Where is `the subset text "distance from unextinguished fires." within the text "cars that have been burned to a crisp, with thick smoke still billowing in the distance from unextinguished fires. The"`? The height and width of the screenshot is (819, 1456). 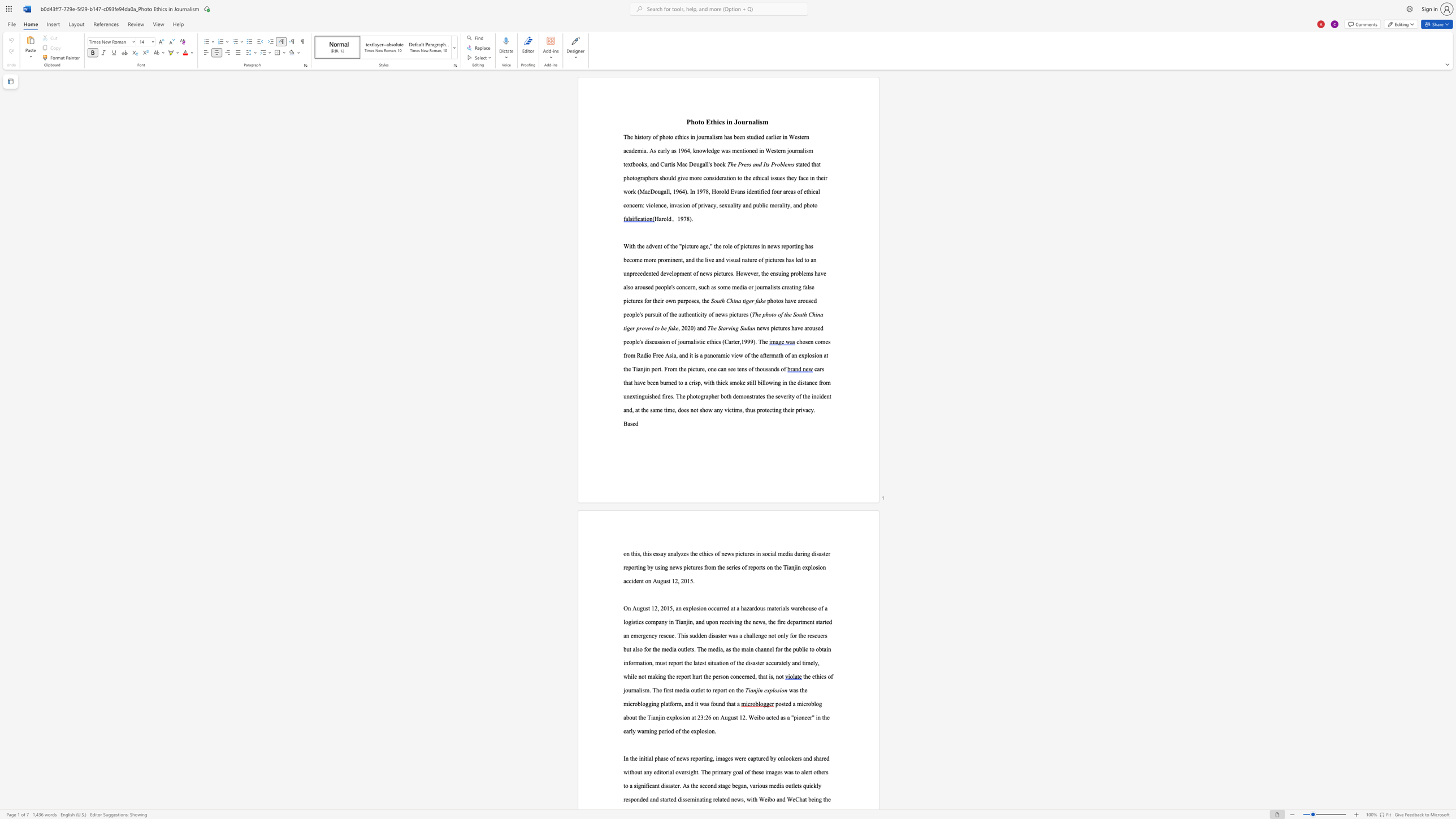
the subset text "distance from unextinguished fires." within the text "cars that have been burned to a crisp, with thick smoke still billowing in the distance from unextinguished fires. The" is located at coordinates (798, 383).